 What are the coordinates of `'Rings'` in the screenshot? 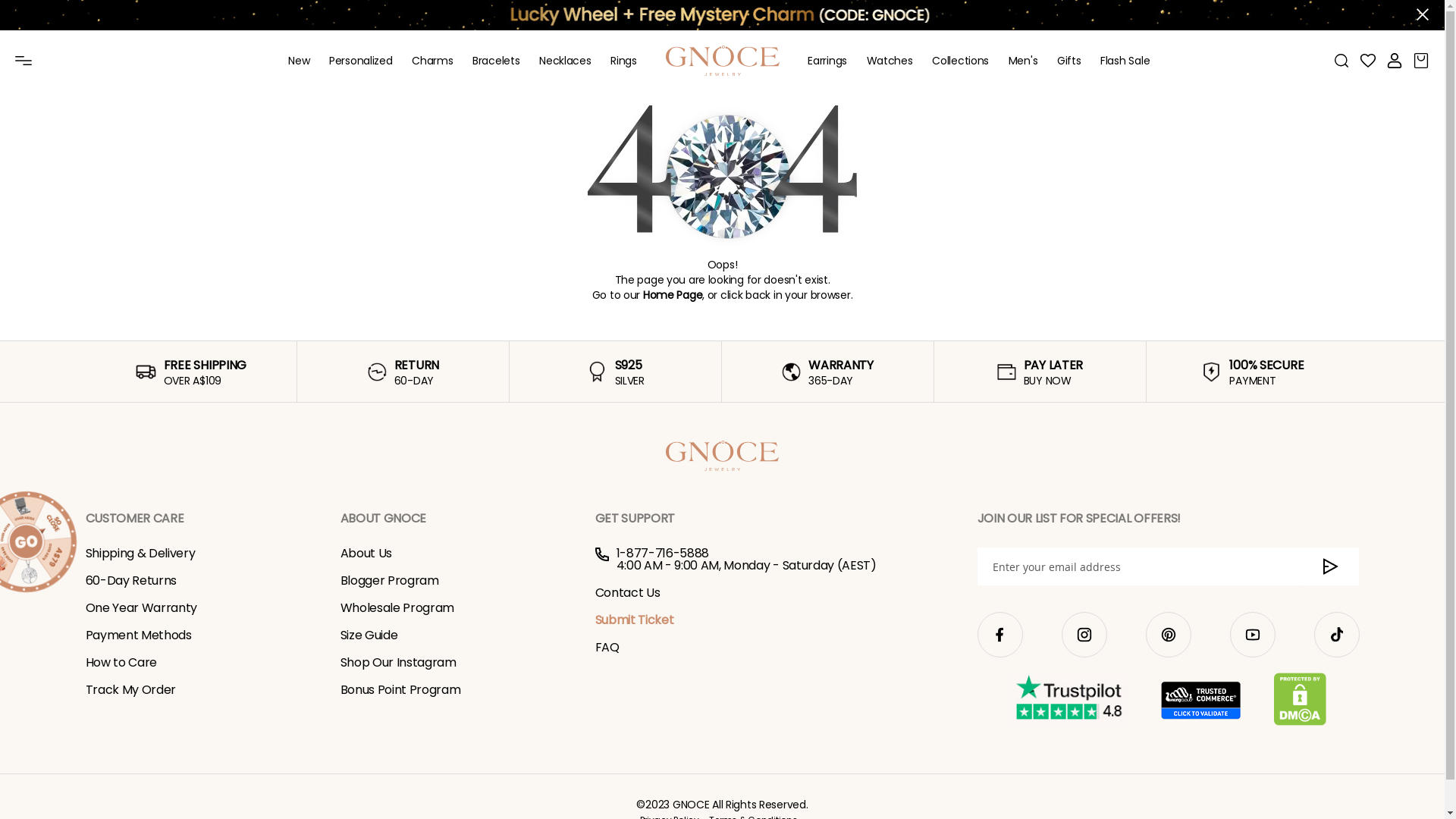 It's located at (610, 60).